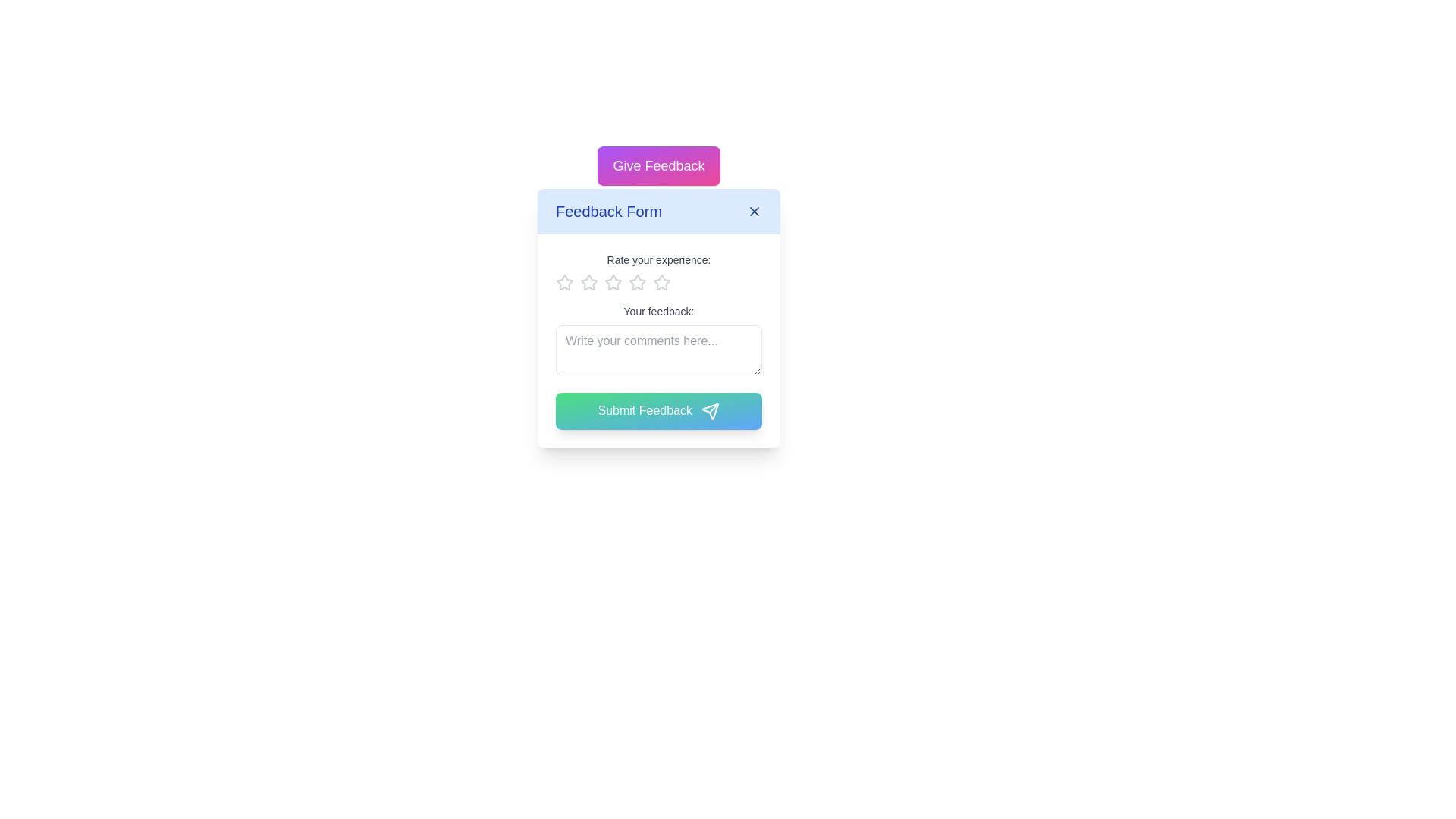 The height and width of the screenshot is (819, 1456). I want to click on the paper plane SVG icon located on the right edge of the 'Submit Feedback' button, so click(710, 411).